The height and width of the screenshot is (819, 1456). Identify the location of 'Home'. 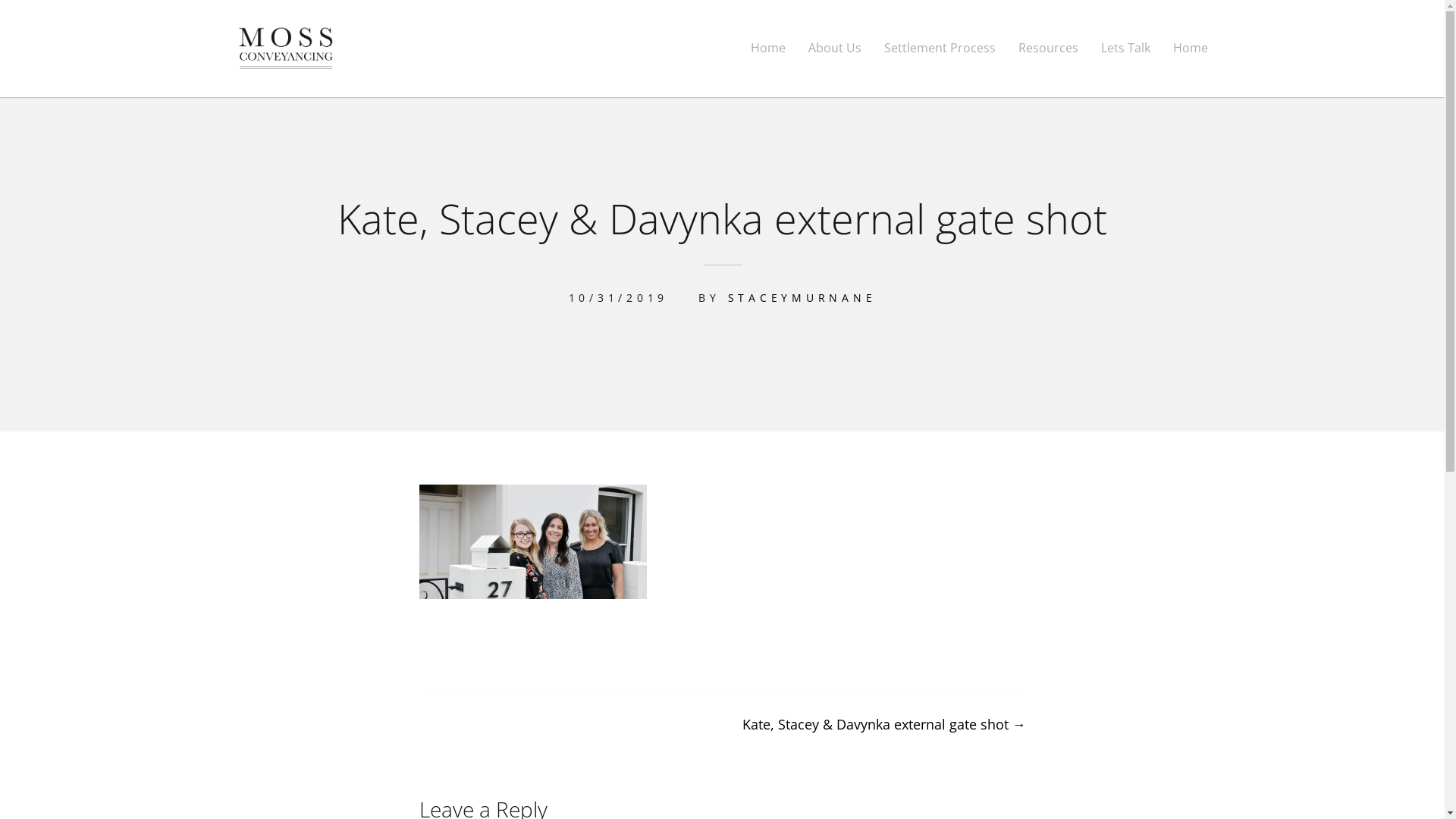
(1171, 47).